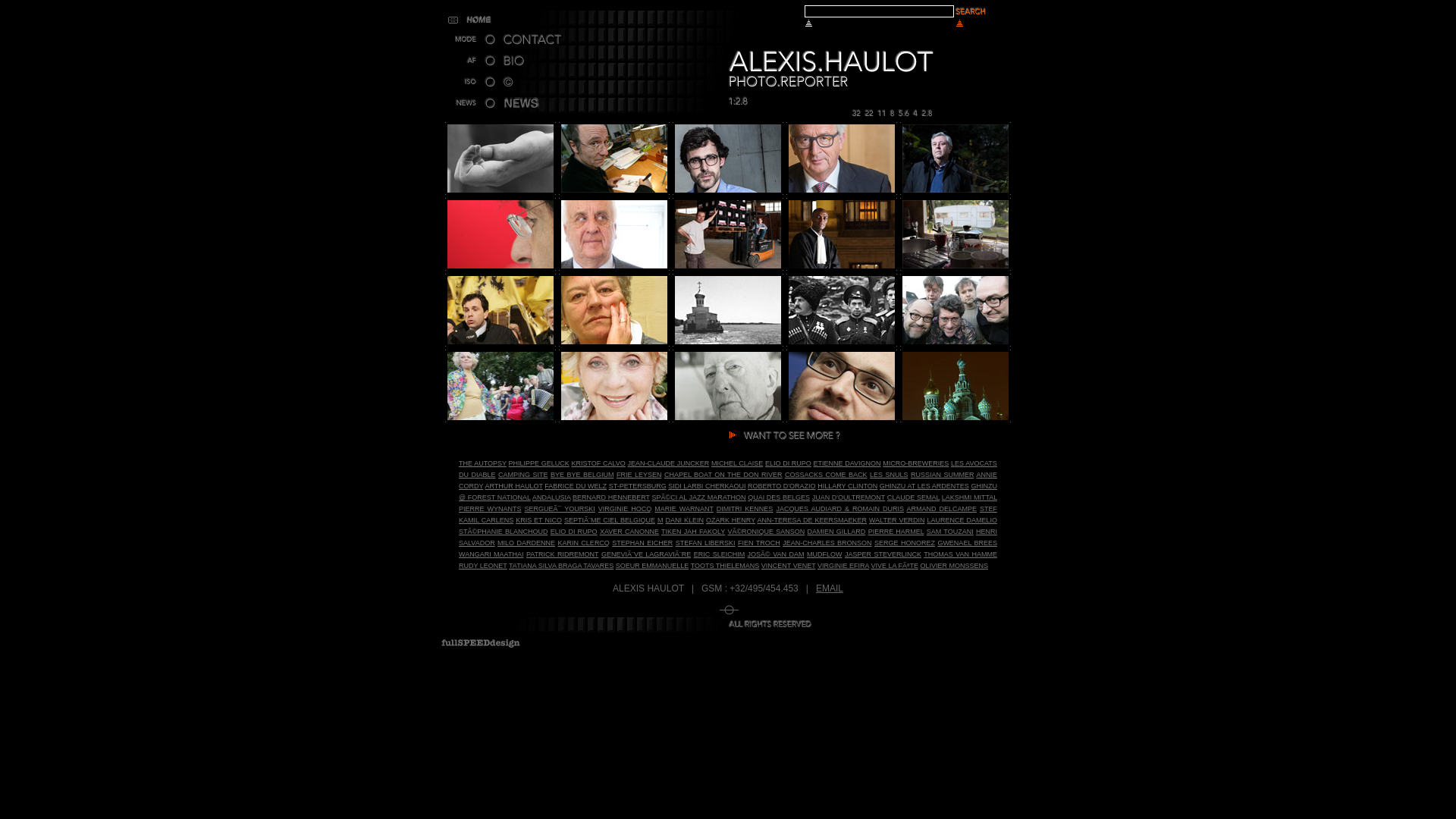 The width and height of the screenshot is (1456, 819). Describe the element at coordinates (961, 519) in the screenshot. I see `'LAURENCE DAMELIO'` at that location.